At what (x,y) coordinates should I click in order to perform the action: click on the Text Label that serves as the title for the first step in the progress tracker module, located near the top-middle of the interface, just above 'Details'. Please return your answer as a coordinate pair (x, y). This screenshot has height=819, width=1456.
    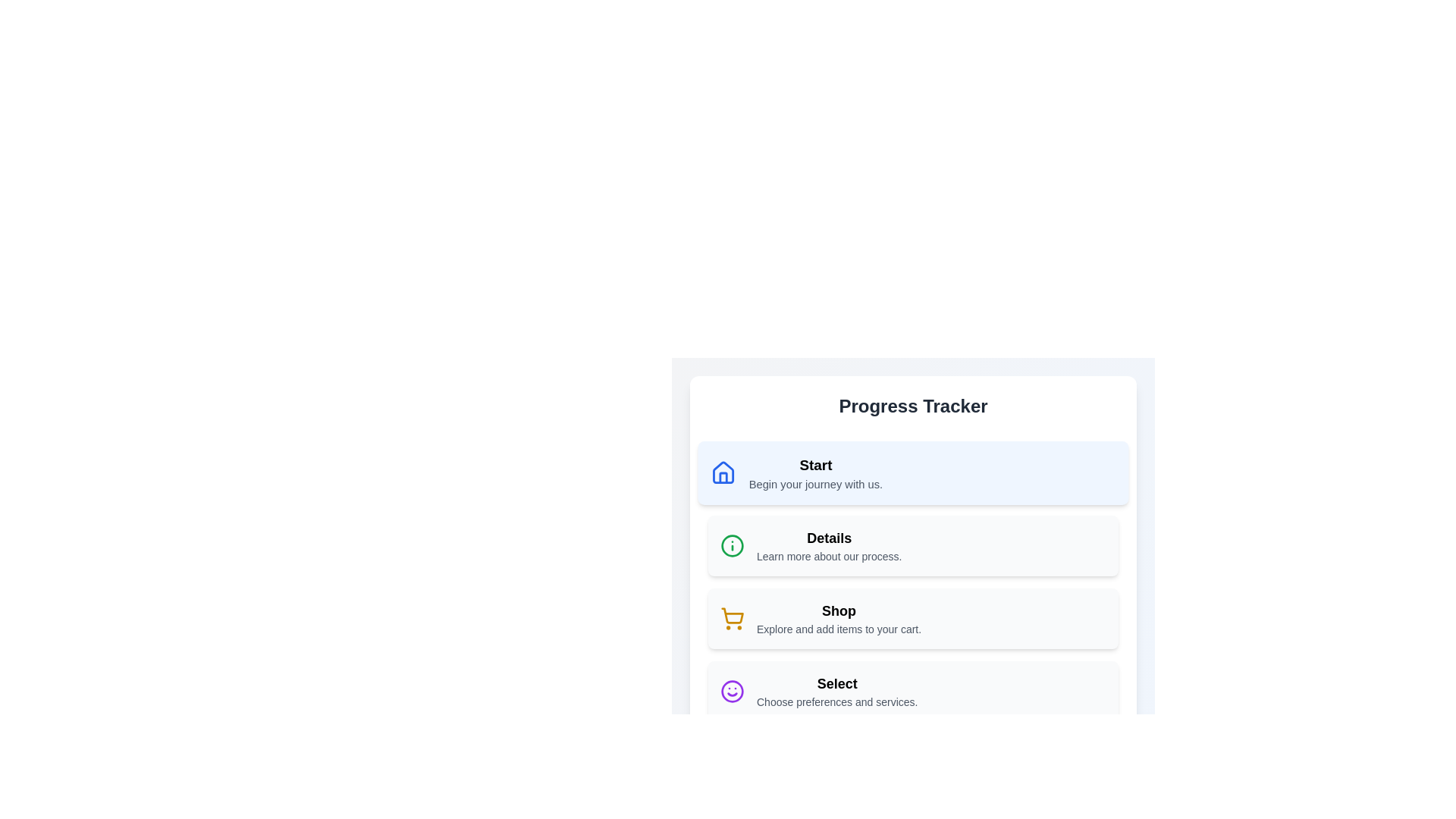
    Looking at the image, I should click on (814, 464).